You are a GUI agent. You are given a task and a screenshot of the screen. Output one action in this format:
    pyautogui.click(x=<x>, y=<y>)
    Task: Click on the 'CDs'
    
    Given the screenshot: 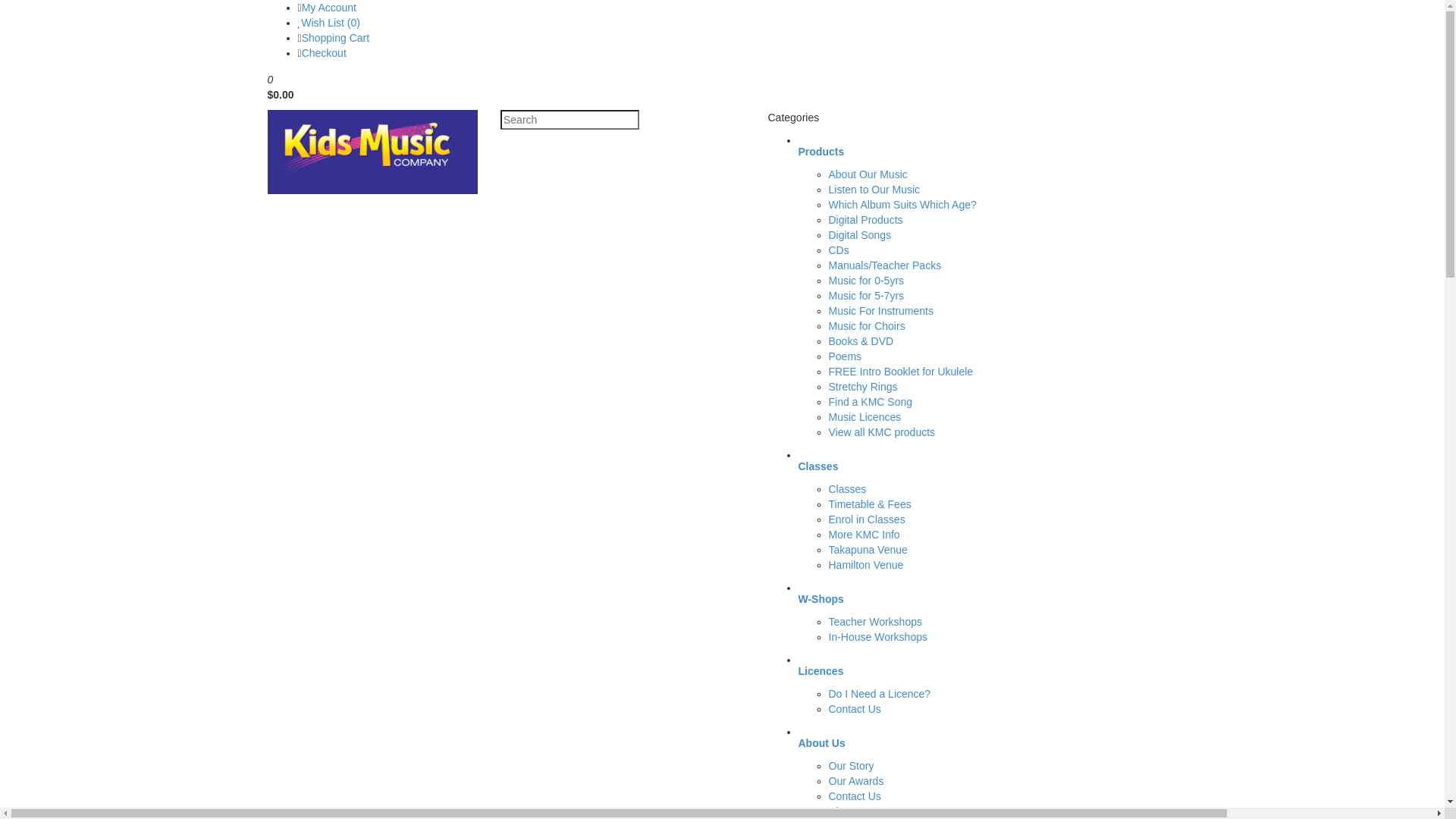 What is the action you would take?
    pyautogui.click(x=827, y=249)
    